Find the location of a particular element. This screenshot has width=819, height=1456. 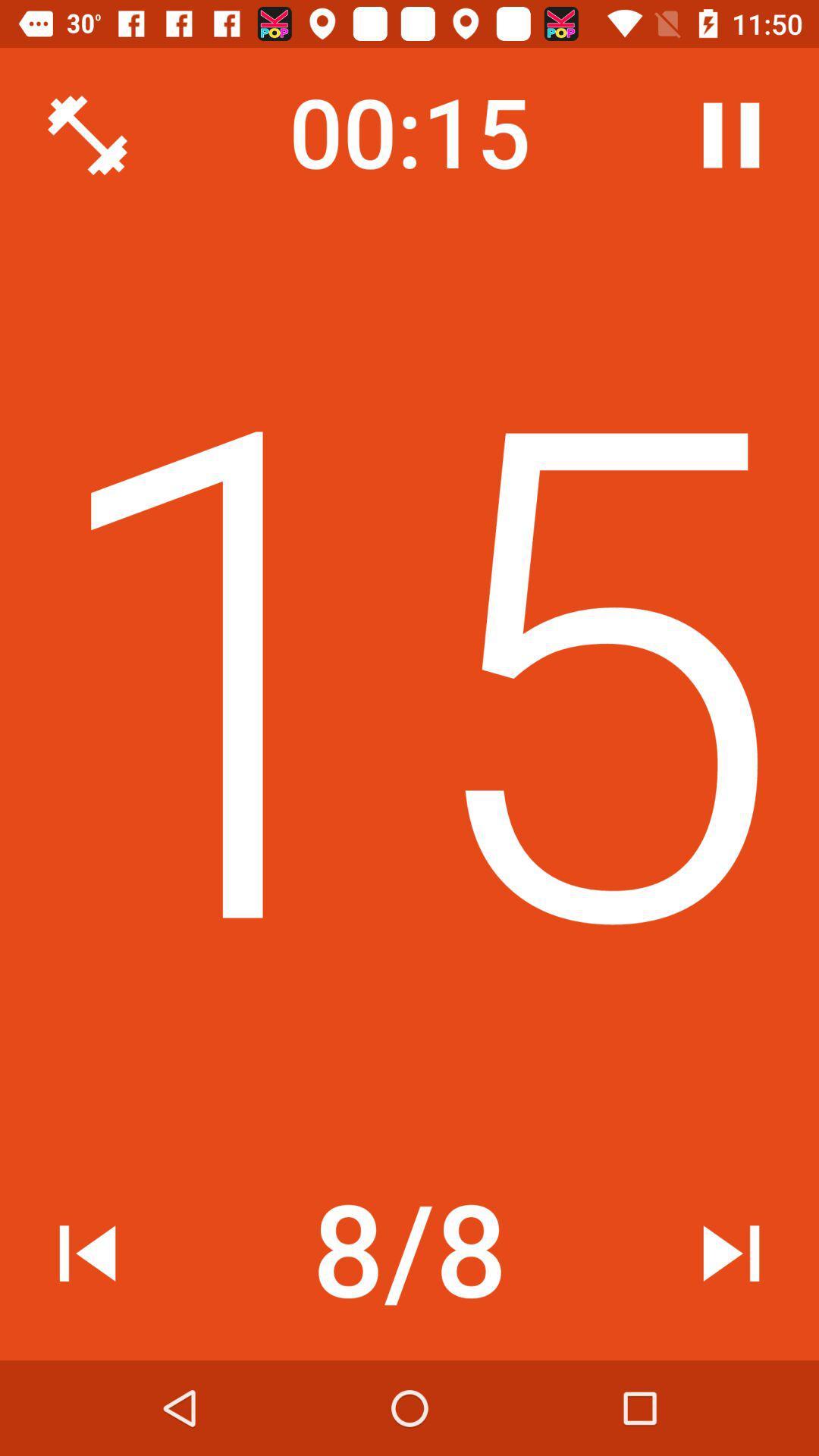

the item to the right of the 8/8 is located at coordinates (730, 1253).